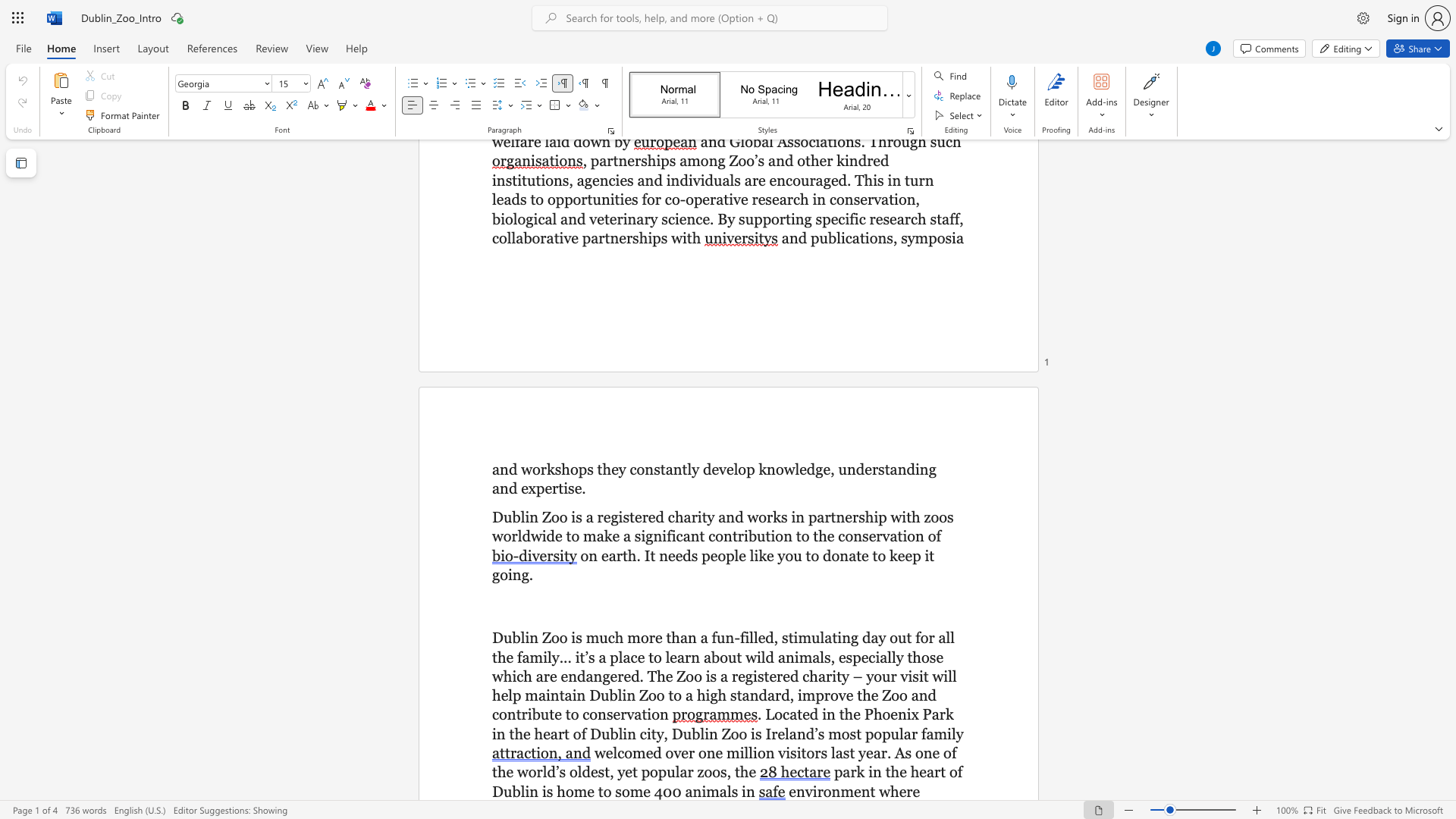 This screenshot has height=819, width=1456. Describe the element at coordinates (663, 790) in the screenshot. I see `the subset text "00 animal" within the text "park in the heart of Dublin is home to some 400 animals in"` at that location.